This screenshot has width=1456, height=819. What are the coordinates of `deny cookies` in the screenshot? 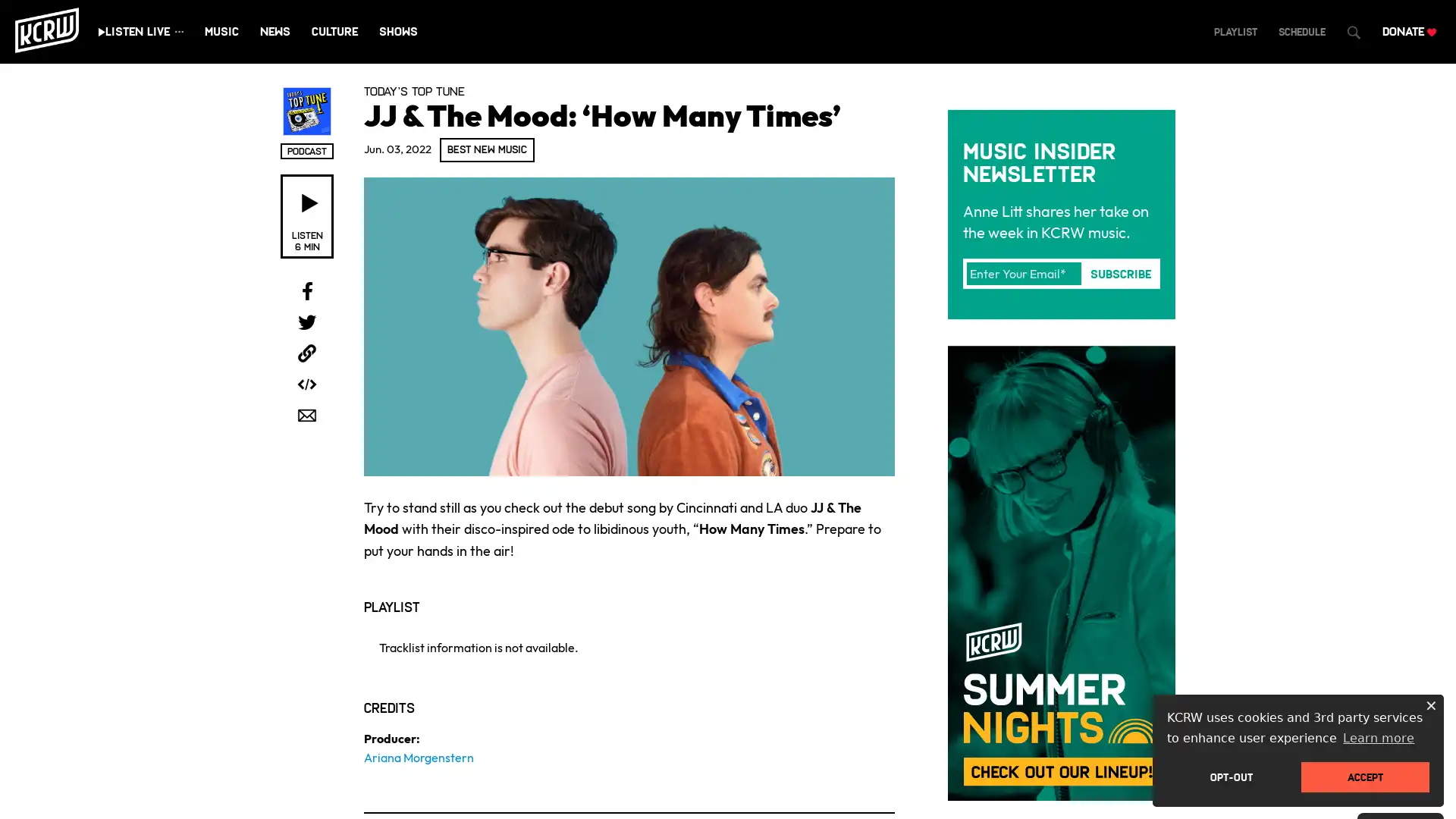 It's located at (1231, 777).